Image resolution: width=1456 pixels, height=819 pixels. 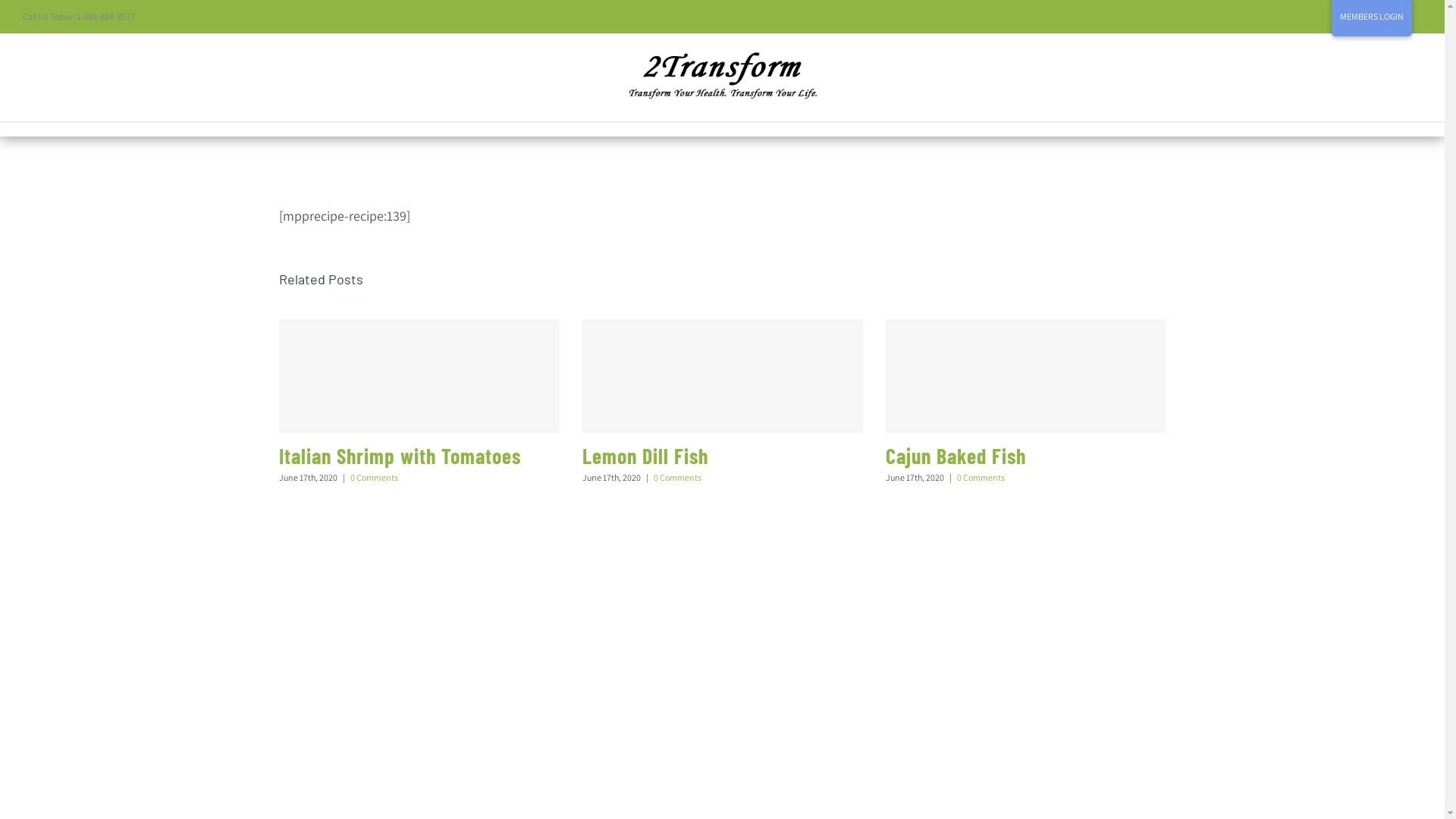 I want to click on 'Lemon Dill Fish', so click(x=645, y=455).